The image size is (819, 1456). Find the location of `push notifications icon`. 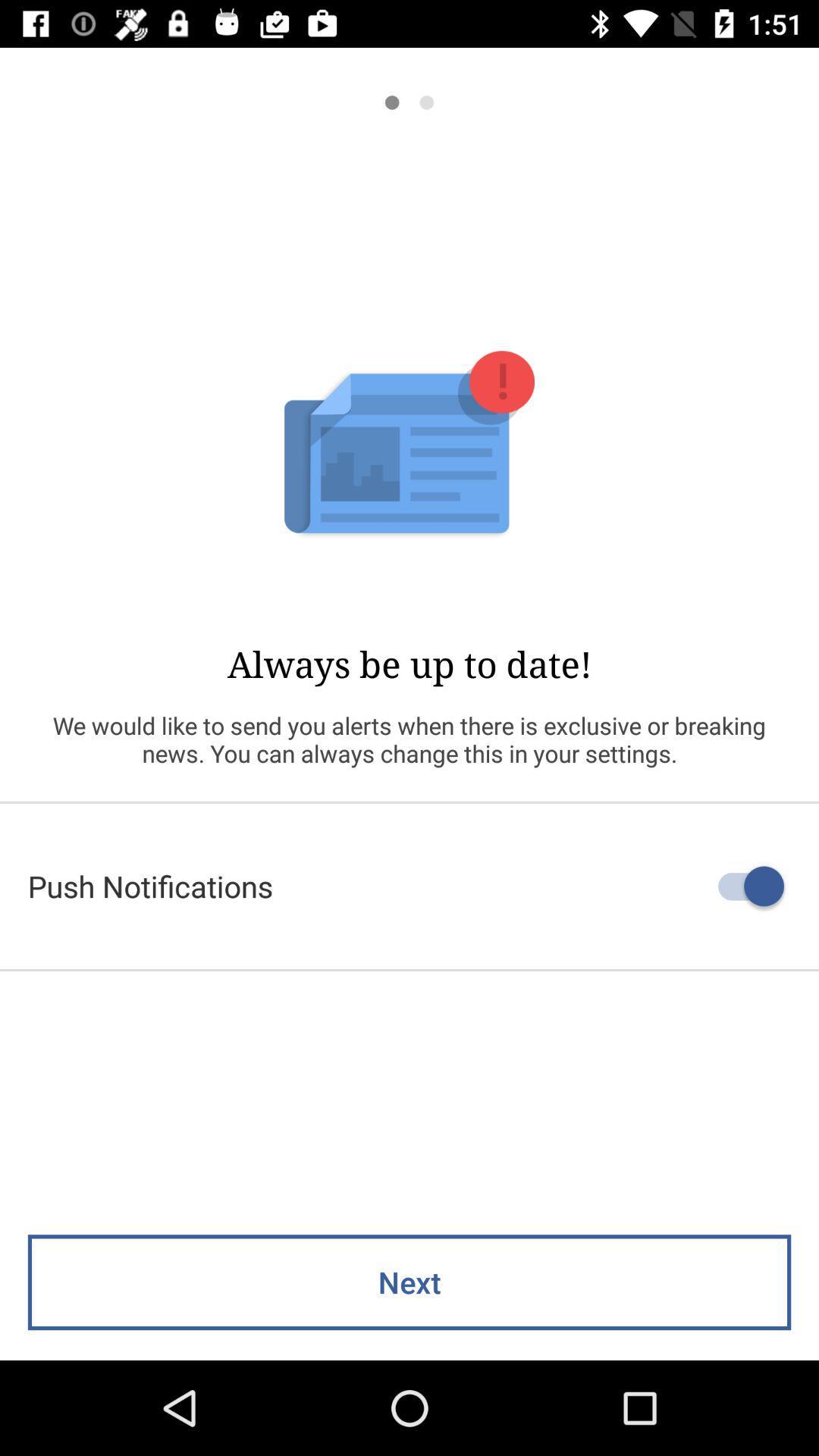

push notifications icon is located at coordinates (409, 886).